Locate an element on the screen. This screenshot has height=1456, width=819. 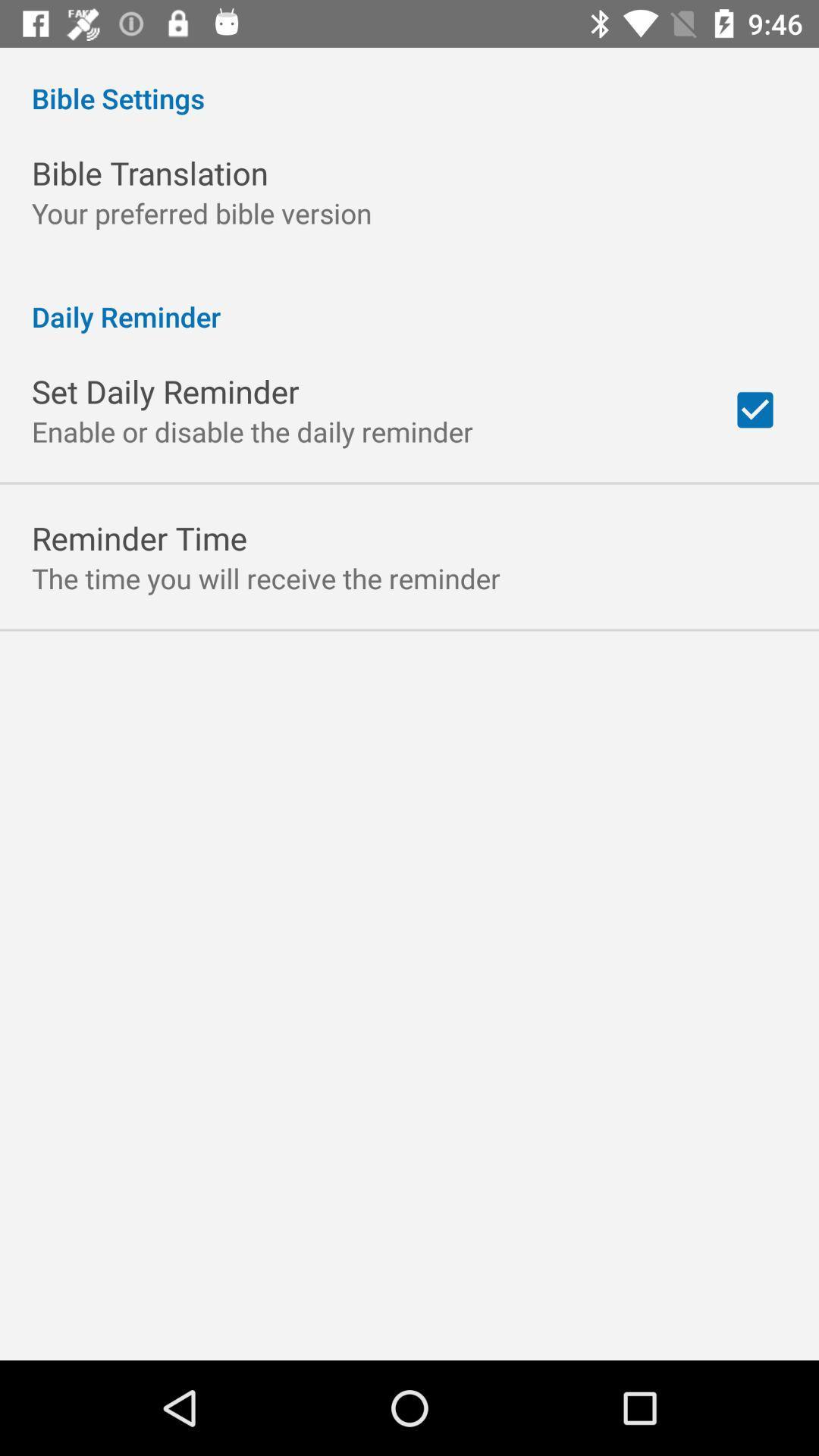
enable or disable icon is located at coordinates (251, 431).